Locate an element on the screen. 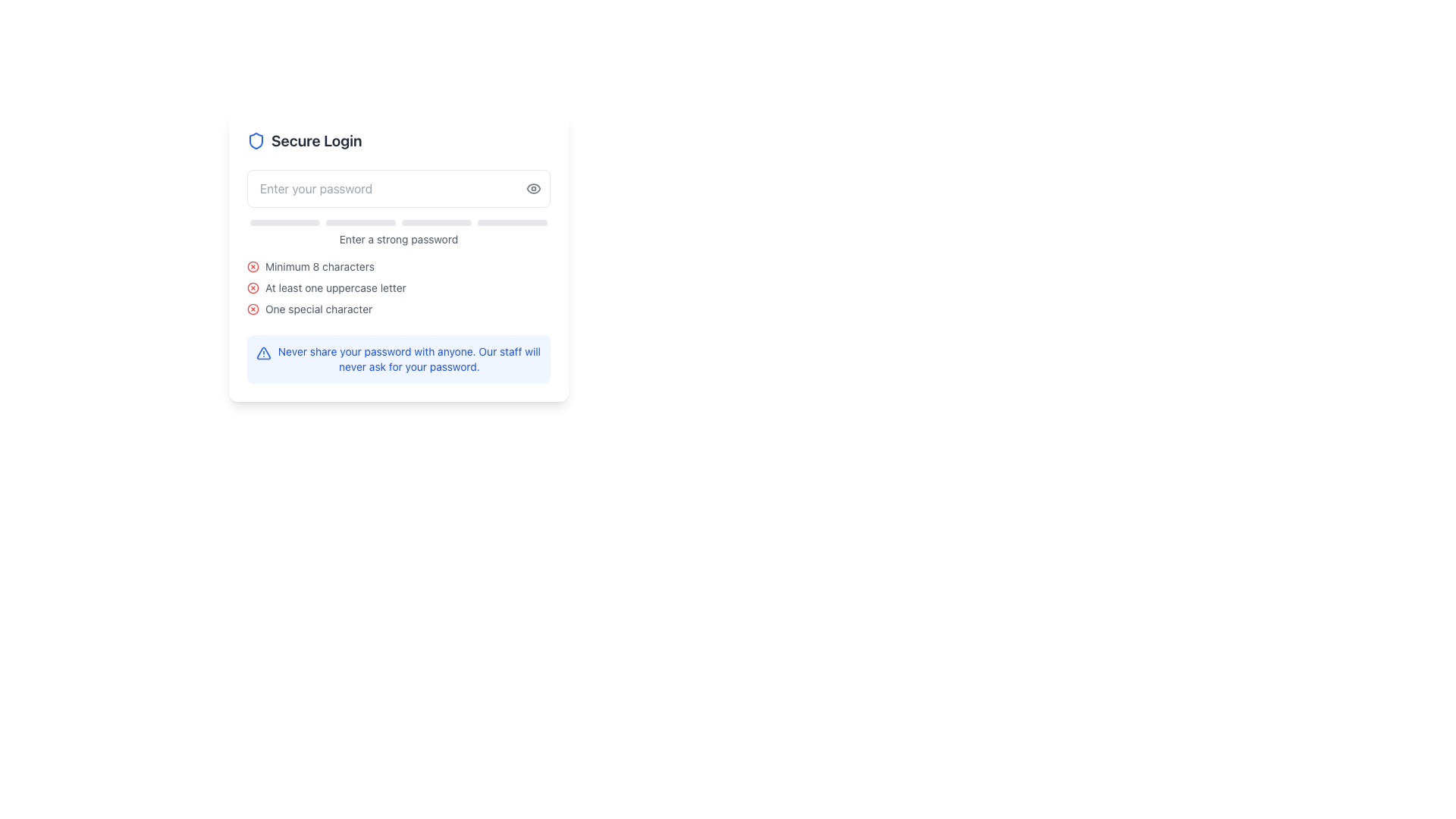 This screenshot has height=819, width=1456. the shield icon that visually indicates security, positioned to the left of the 'Secure Login' text is located at coordinates (256, 140).